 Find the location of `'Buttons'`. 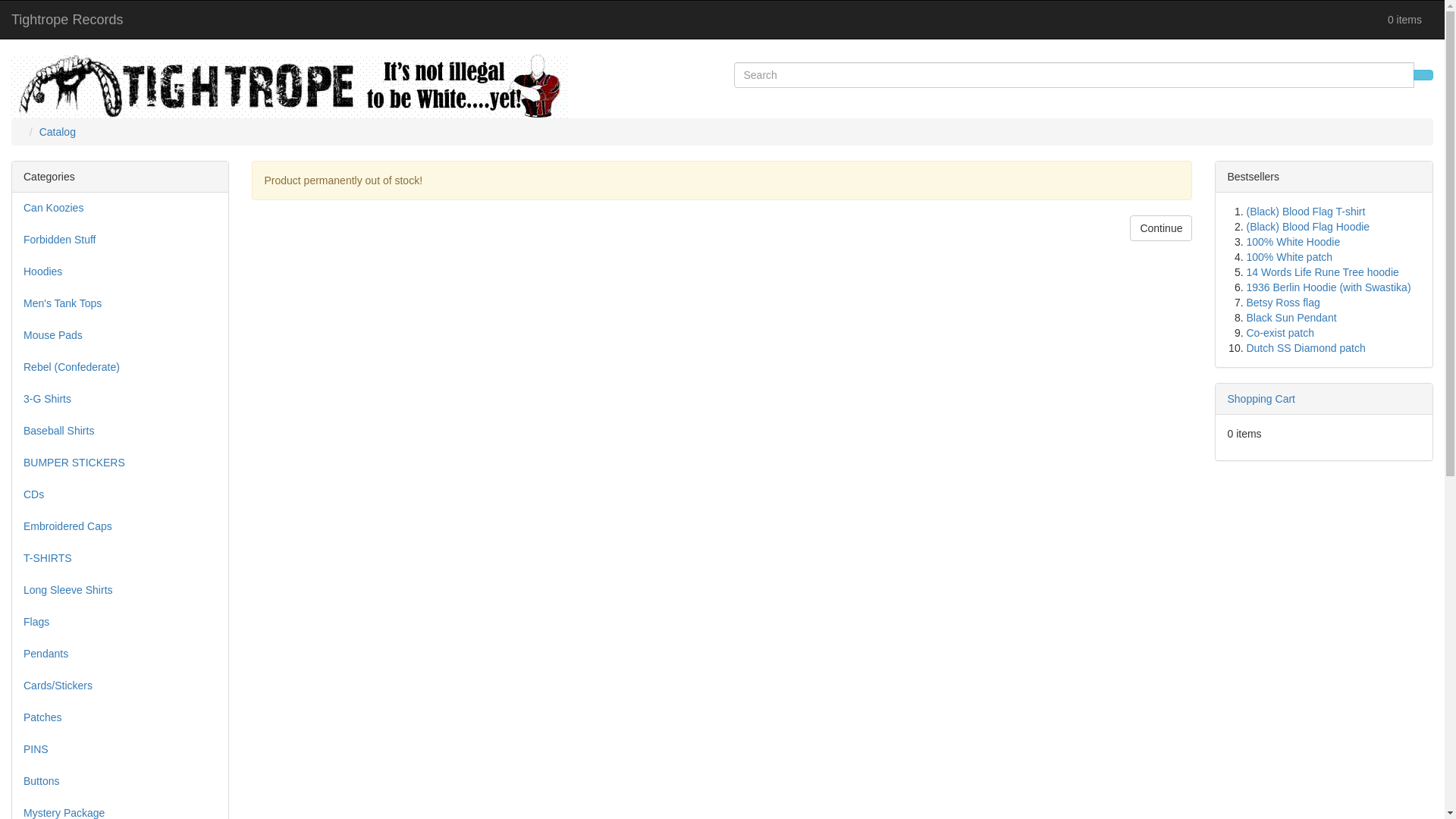

'Buttons' is located at coordinates (11, 780).